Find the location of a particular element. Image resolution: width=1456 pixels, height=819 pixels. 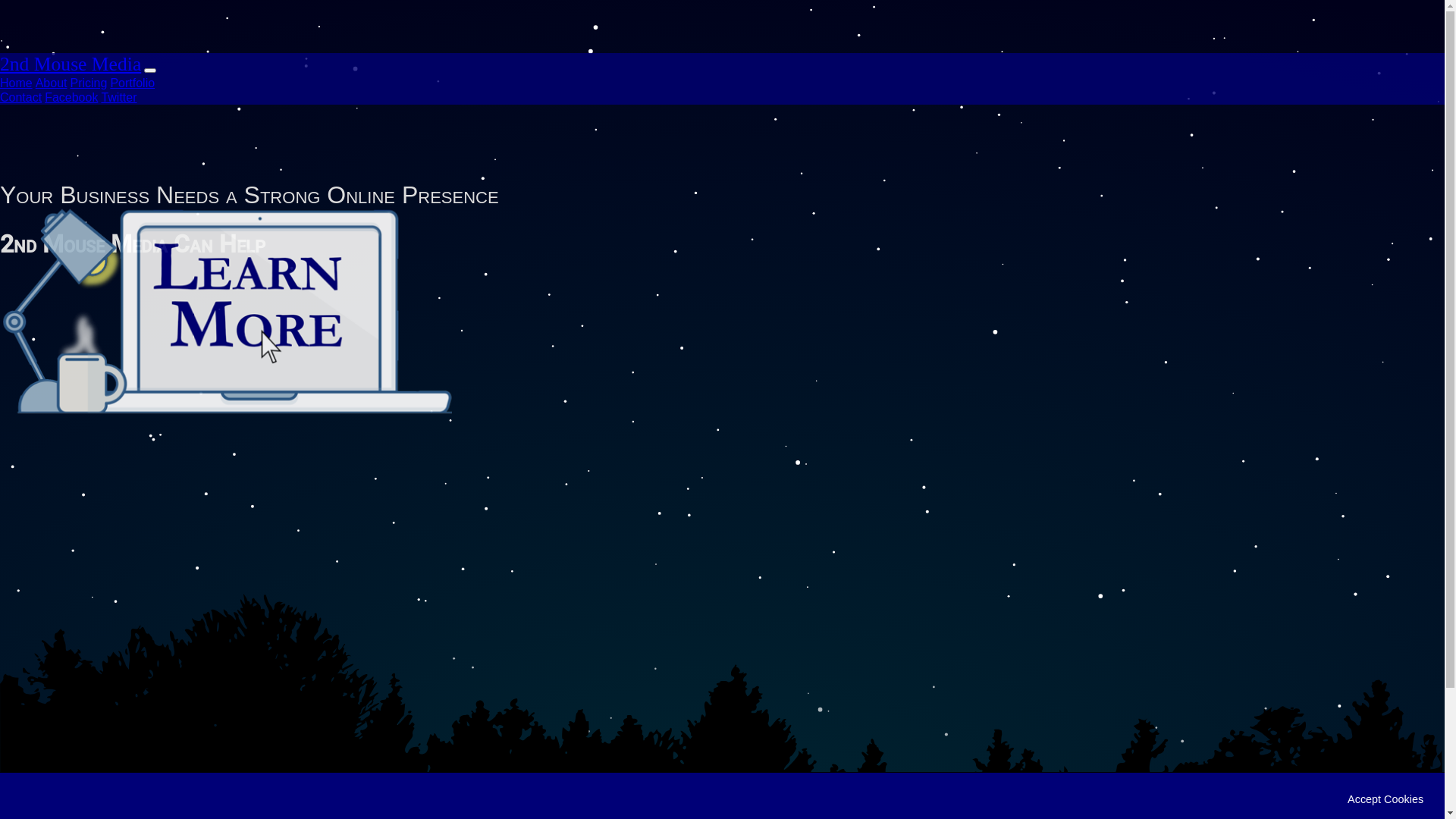

'Twitter' is located at coordinates (118, 97).